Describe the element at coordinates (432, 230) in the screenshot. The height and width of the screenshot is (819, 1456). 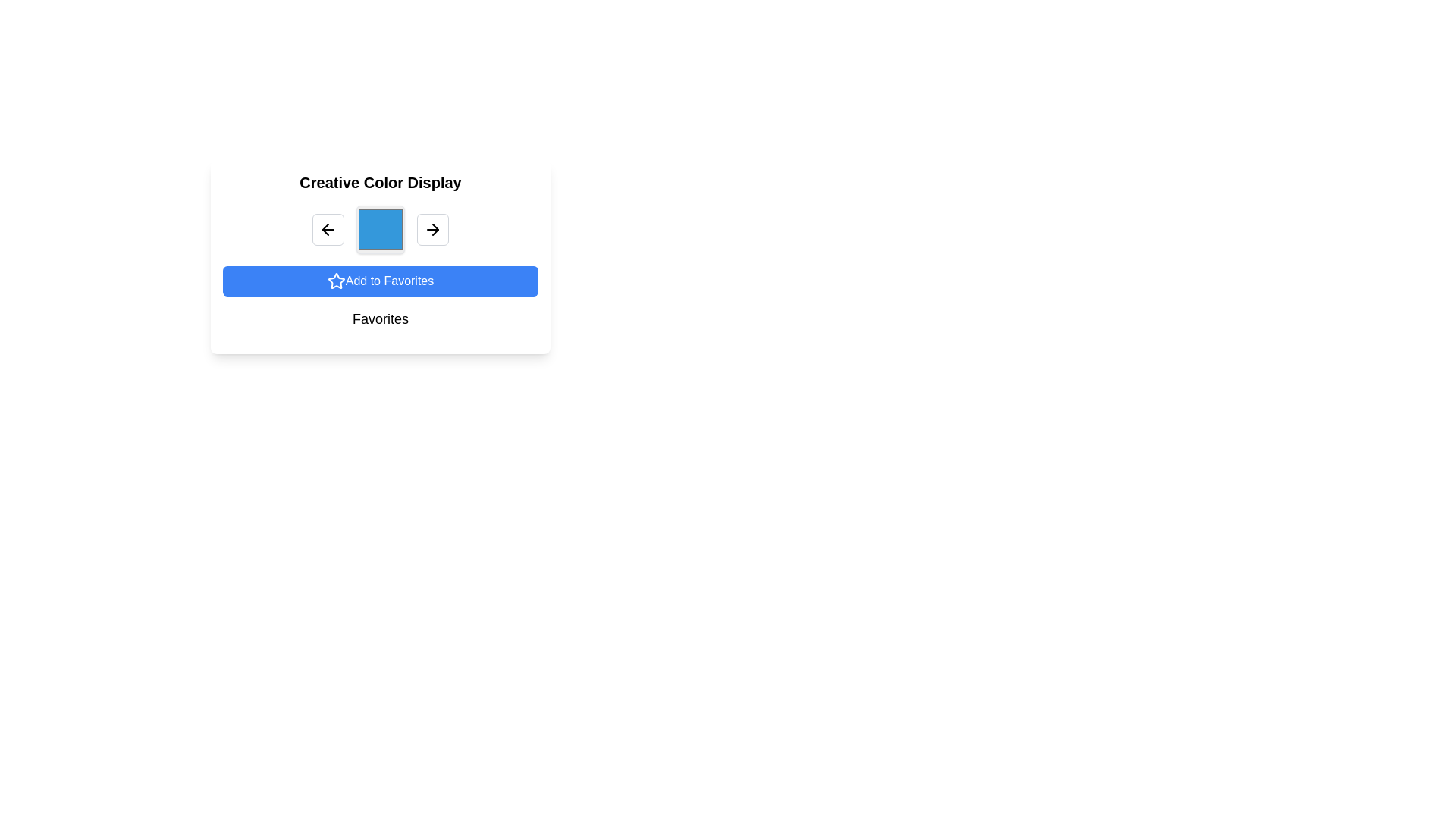
I see `the square button with rounded corners and a right-pointing arrow icon` at that location.